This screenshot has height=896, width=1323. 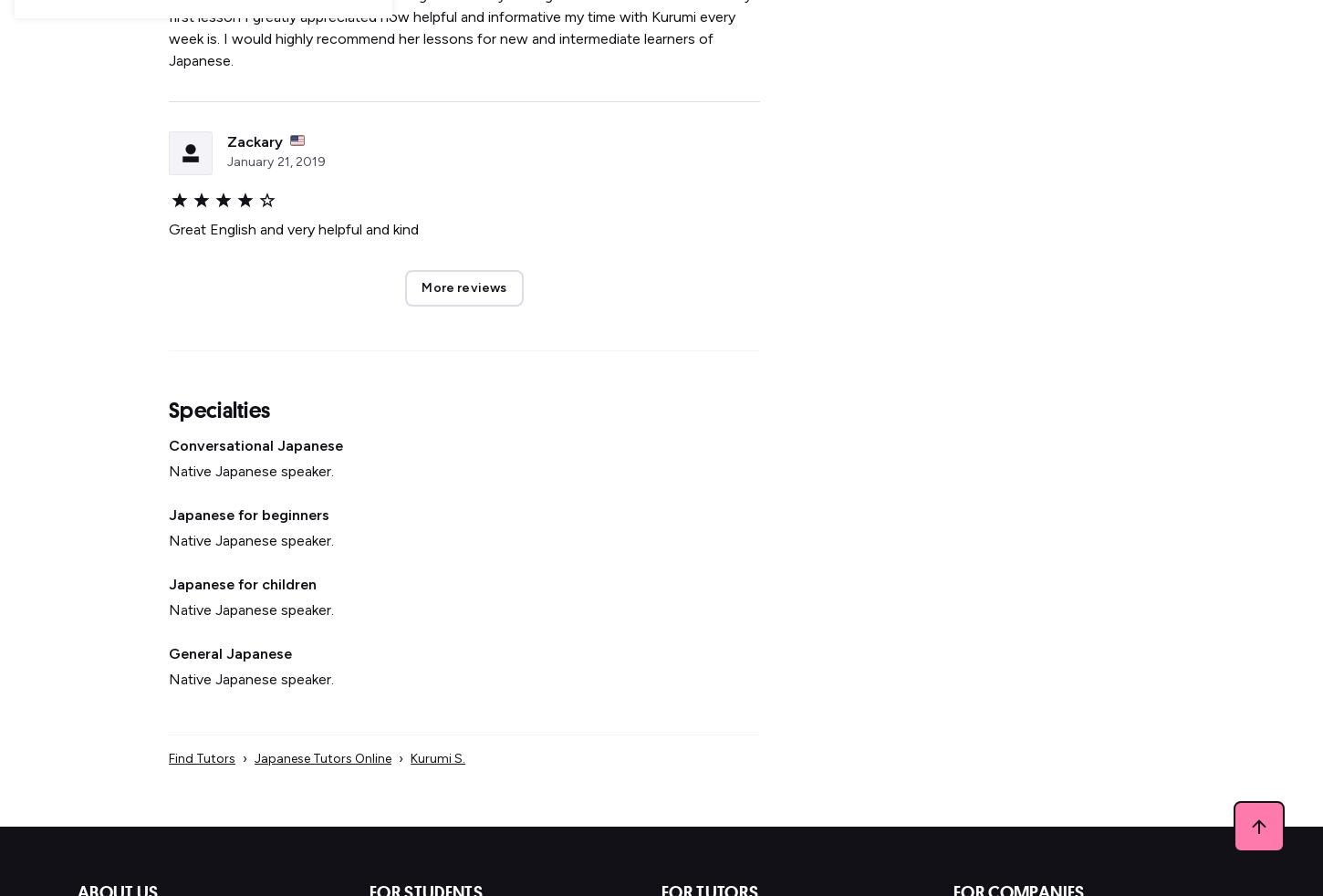 What do you see at coordinates (255, 141) in the screenshot?
I see `'Zackary'` at bounding box center [255, 141].